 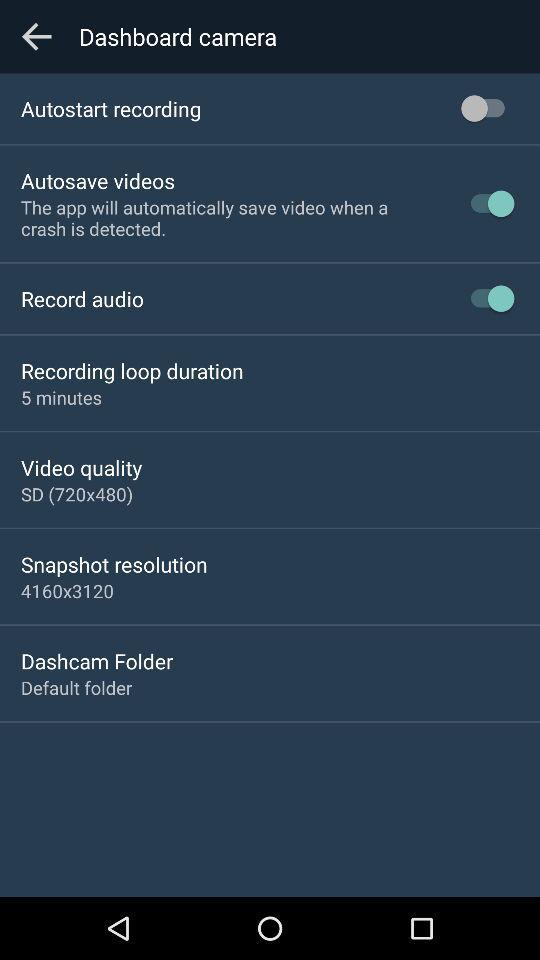 I want to click on the item above autostart recording icon, so click(x=36, y=35).